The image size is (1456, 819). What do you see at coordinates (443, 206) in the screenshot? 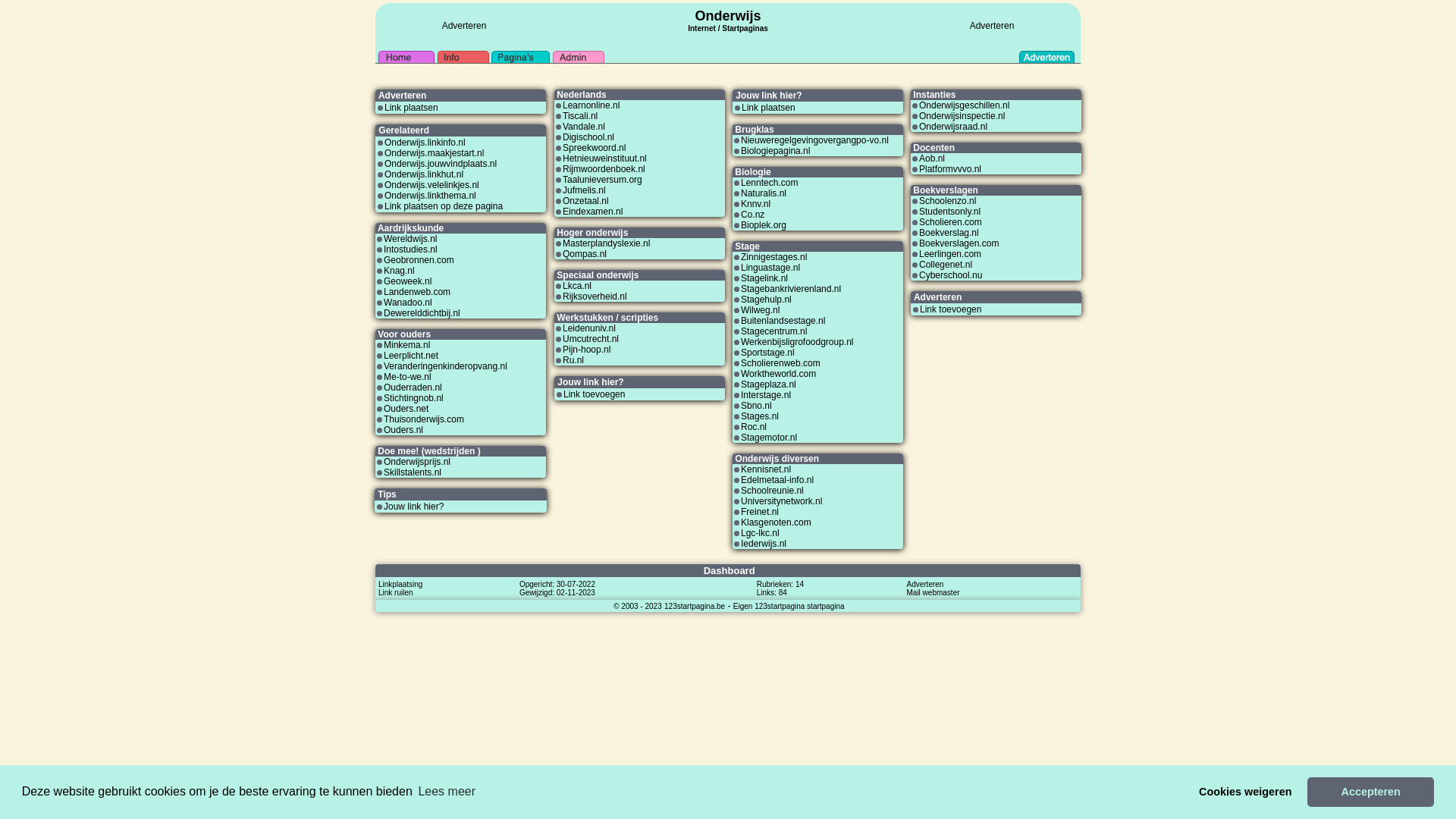
I see `'Link plaatsen op deze pagina'` at bounding box center [443, 206].